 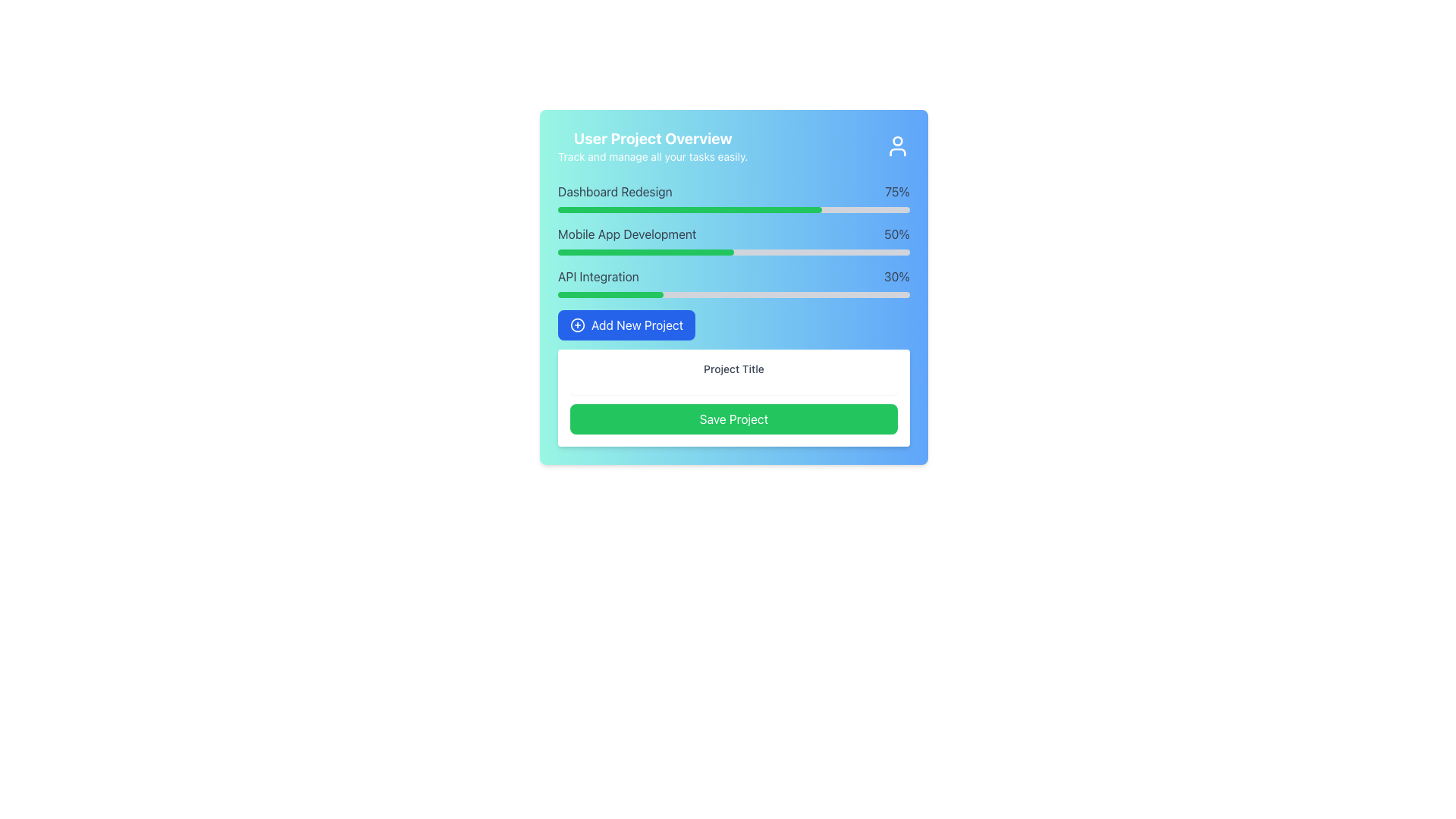 What do you see at coordinates (734, 295) in the screenshot?
I see `the third progress bar representing 'API Integration' with a completion percentage of '30%.'` at bounding box center [734, 295].